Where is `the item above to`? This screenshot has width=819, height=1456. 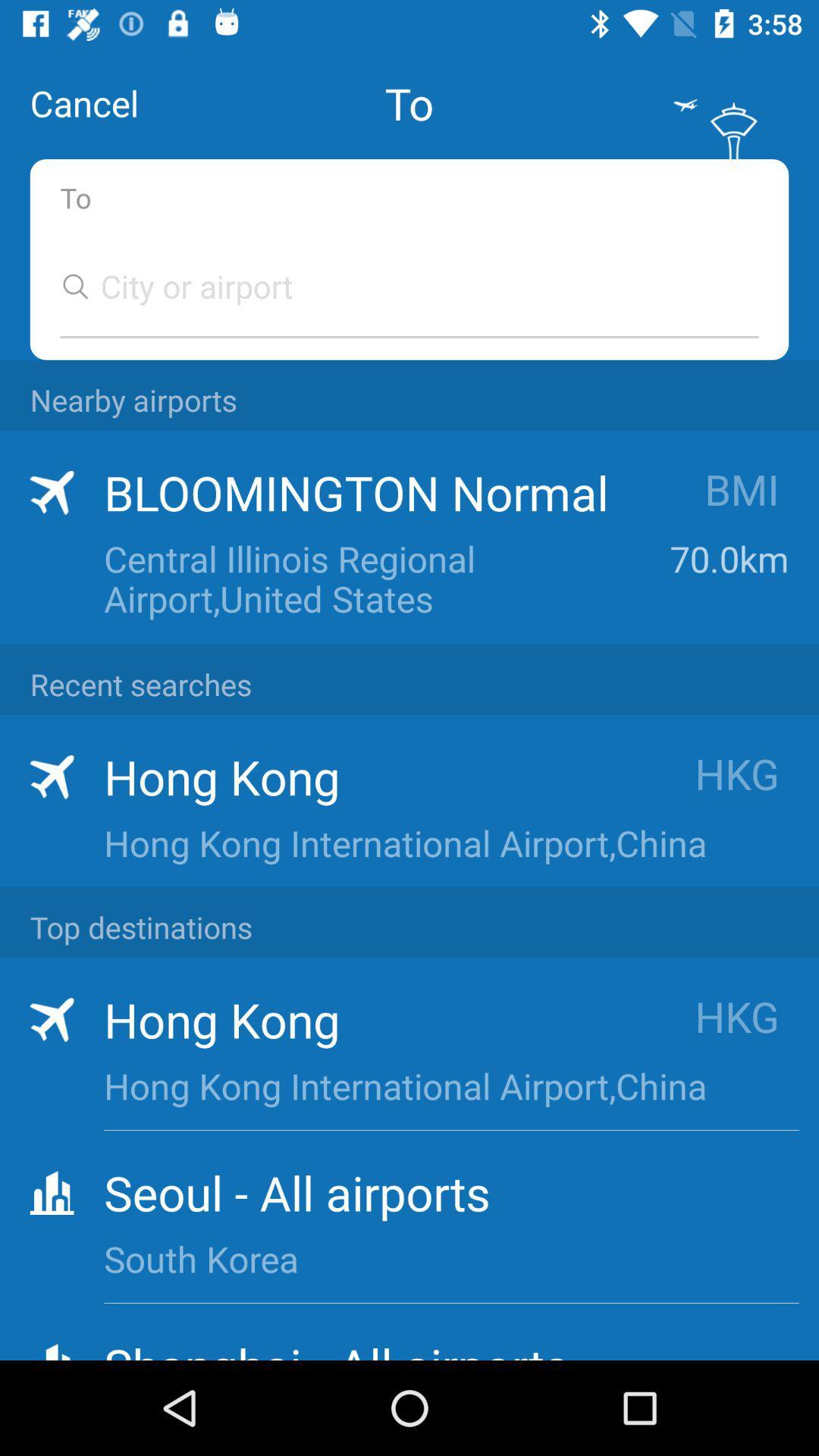 the item above to is located at coordinates (84, 102).